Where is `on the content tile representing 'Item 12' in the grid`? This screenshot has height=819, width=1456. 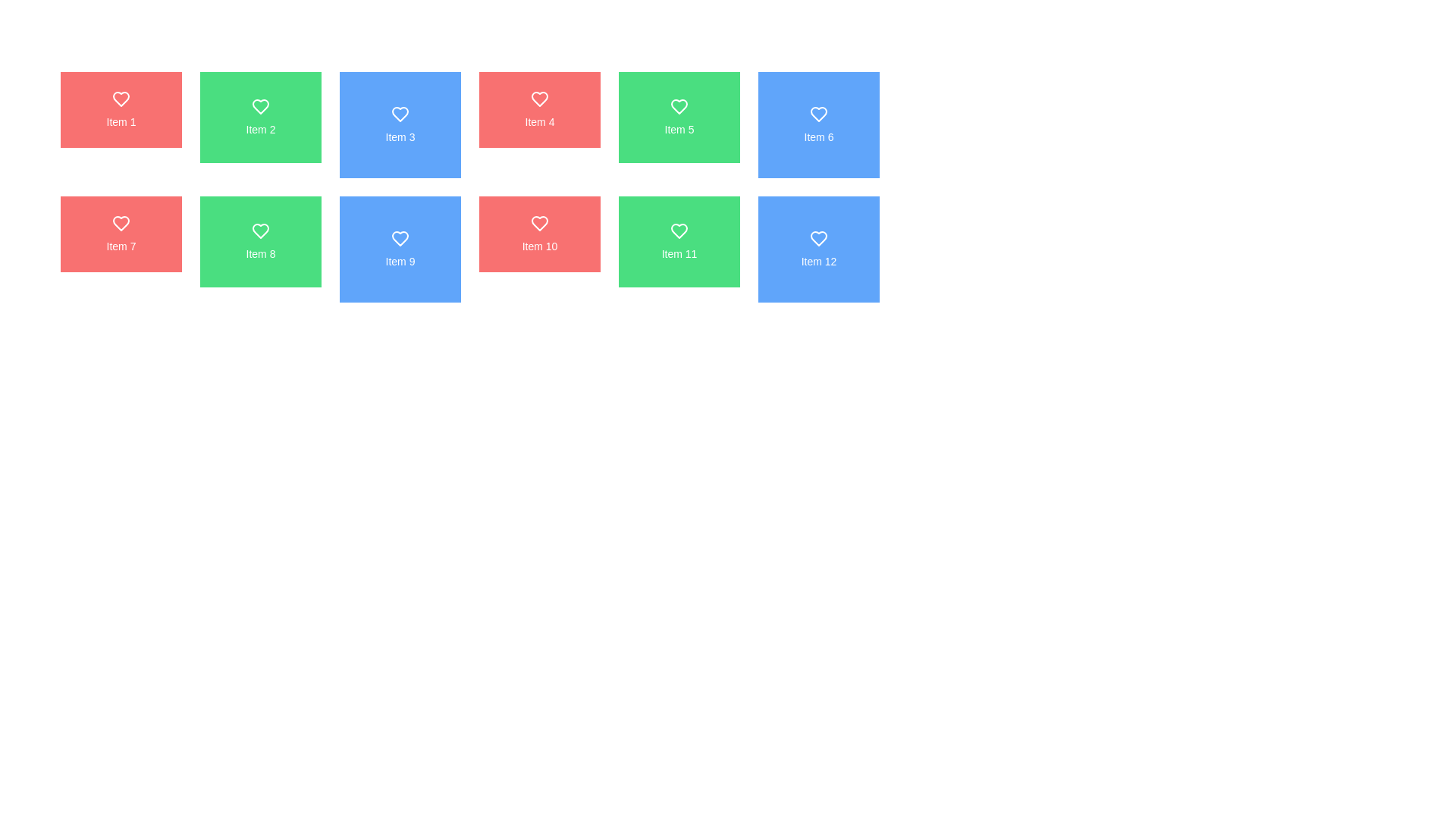
on the content tile representing 'Item 12' in the grid is located at coordinates (818, 248).